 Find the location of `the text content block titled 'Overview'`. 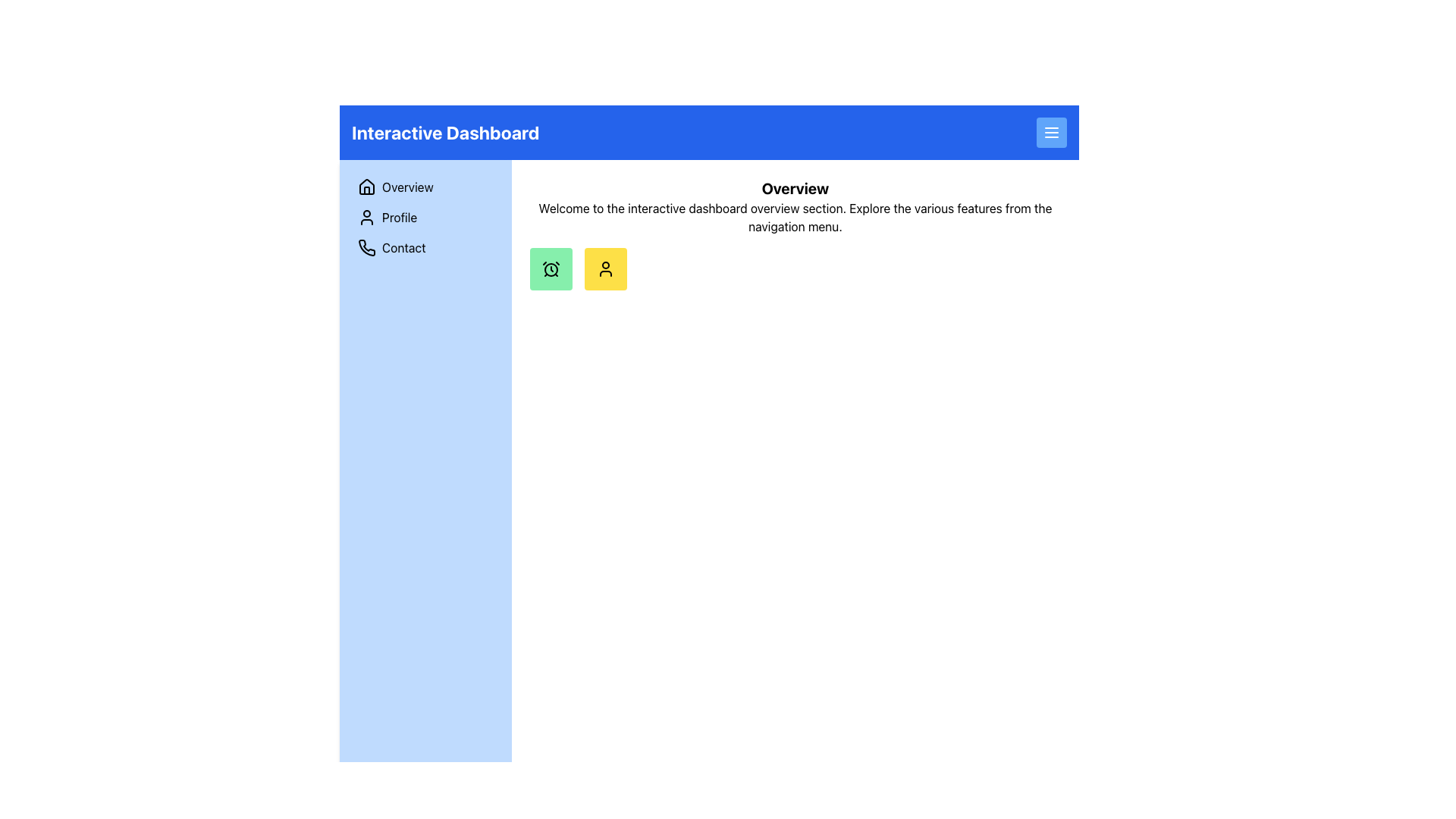

the text content block titled 'Overview' is located at coordinates (794, 234).